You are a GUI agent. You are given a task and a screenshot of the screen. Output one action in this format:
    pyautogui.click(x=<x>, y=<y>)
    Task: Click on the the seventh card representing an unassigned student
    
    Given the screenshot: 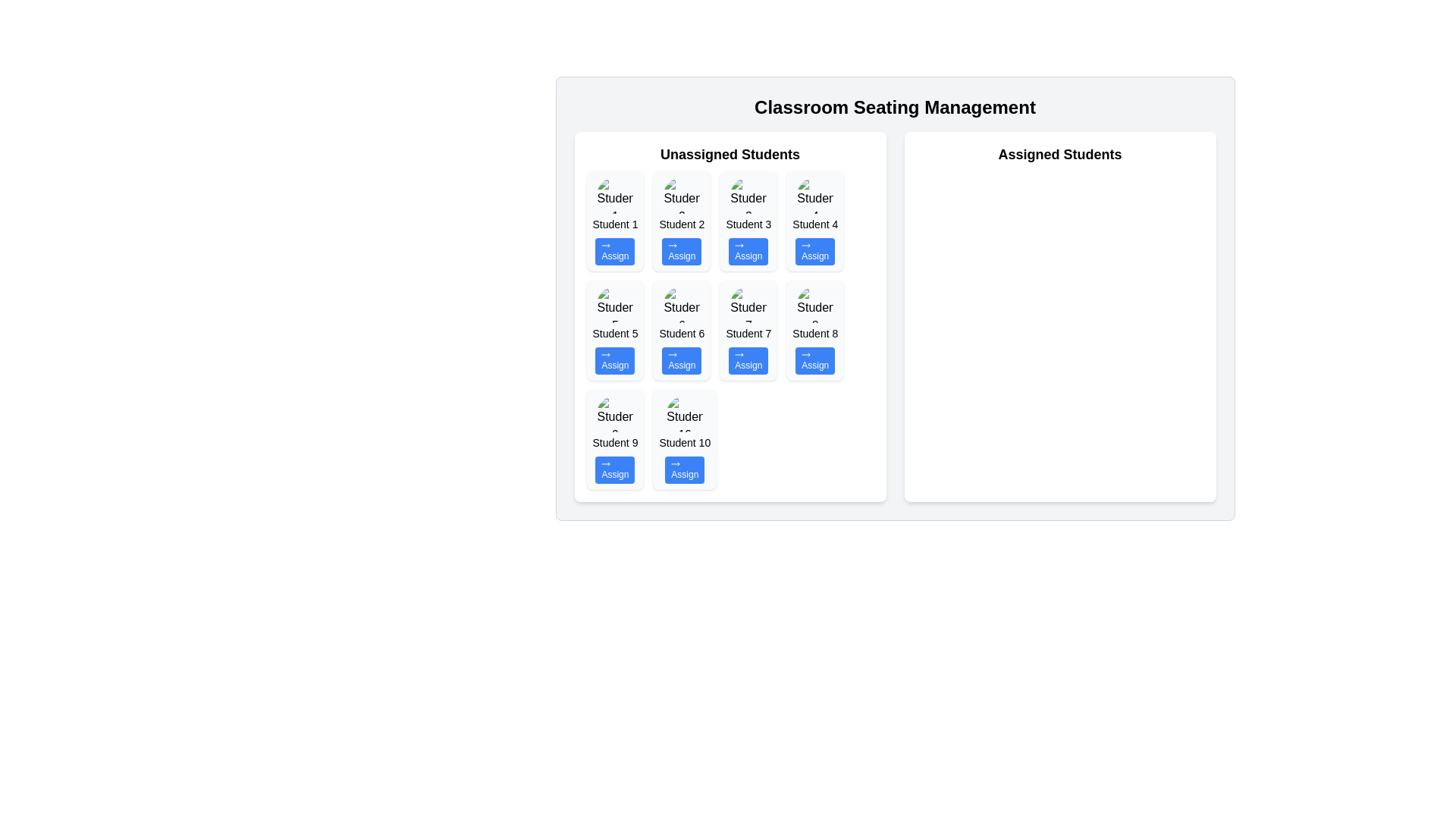 What is the action you would take?
    pyautogui.click(x=748, y=329)
    